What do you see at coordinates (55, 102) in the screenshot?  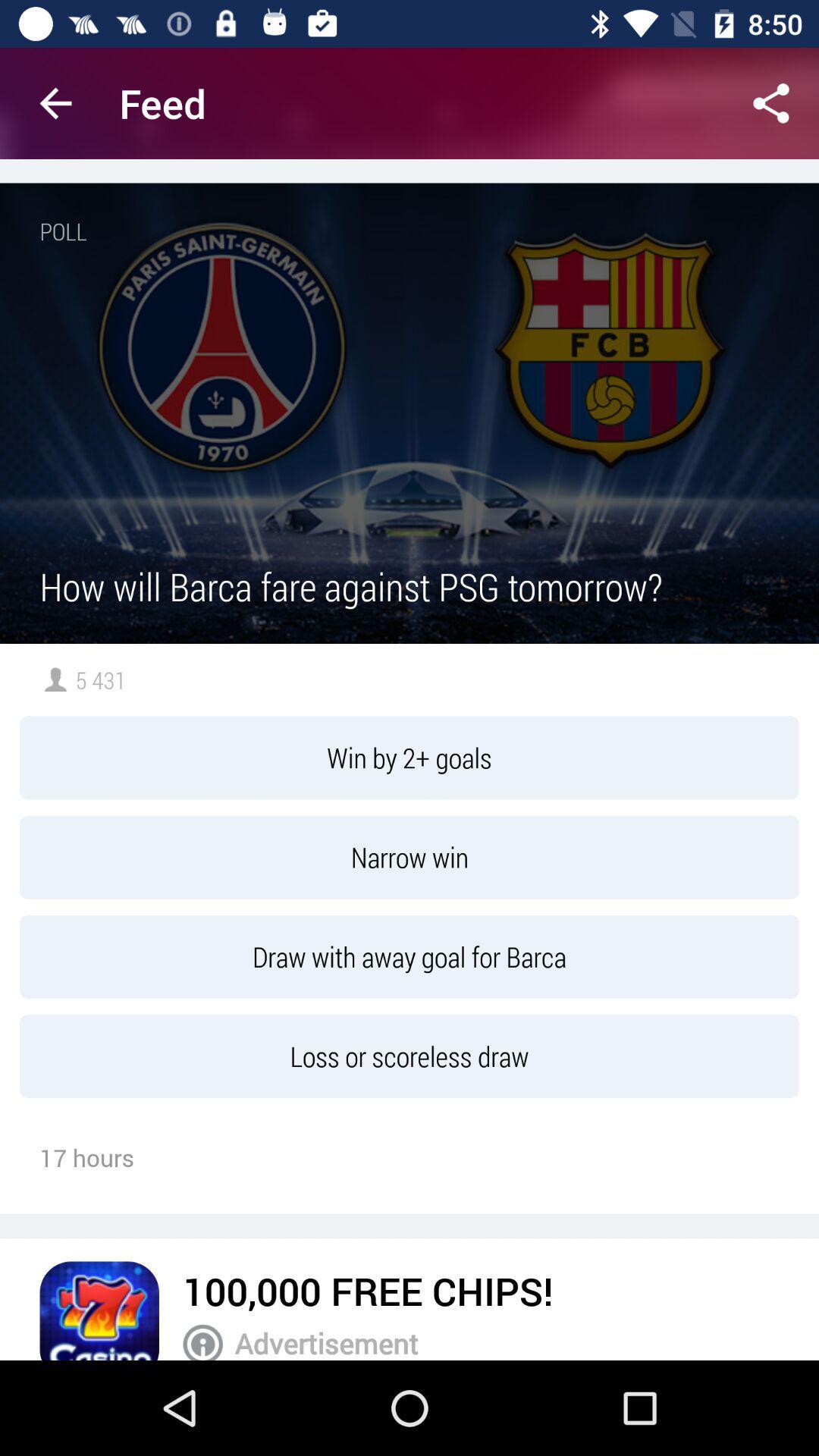 I see `the app next to the feed` at bounding box center [55, 102].